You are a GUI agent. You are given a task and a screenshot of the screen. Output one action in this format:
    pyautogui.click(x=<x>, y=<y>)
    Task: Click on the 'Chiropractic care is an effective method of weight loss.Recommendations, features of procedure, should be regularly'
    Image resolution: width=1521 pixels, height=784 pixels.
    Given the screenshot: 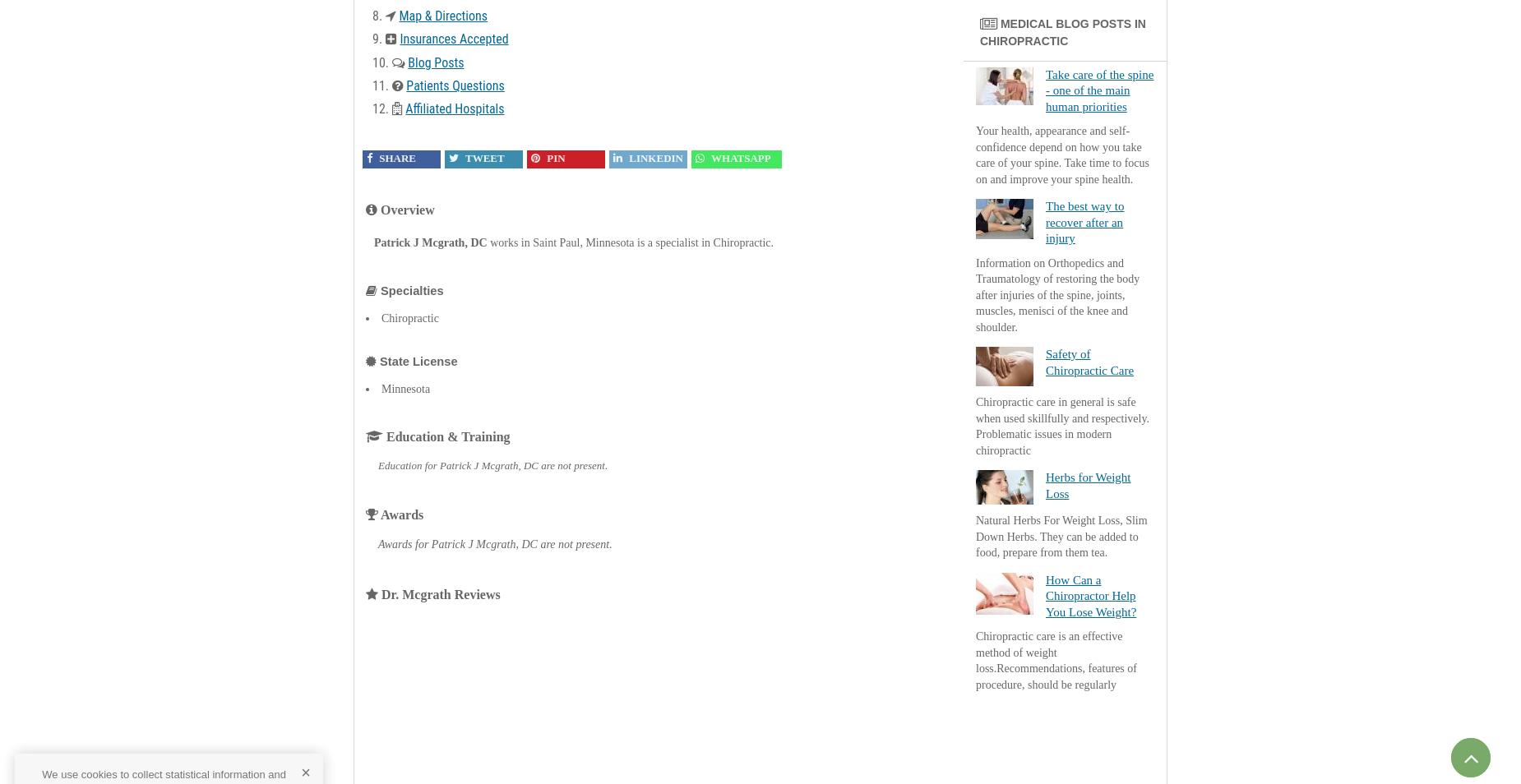 What is the action you would take?
    pyautogui.click(x=1055, y=660)
    